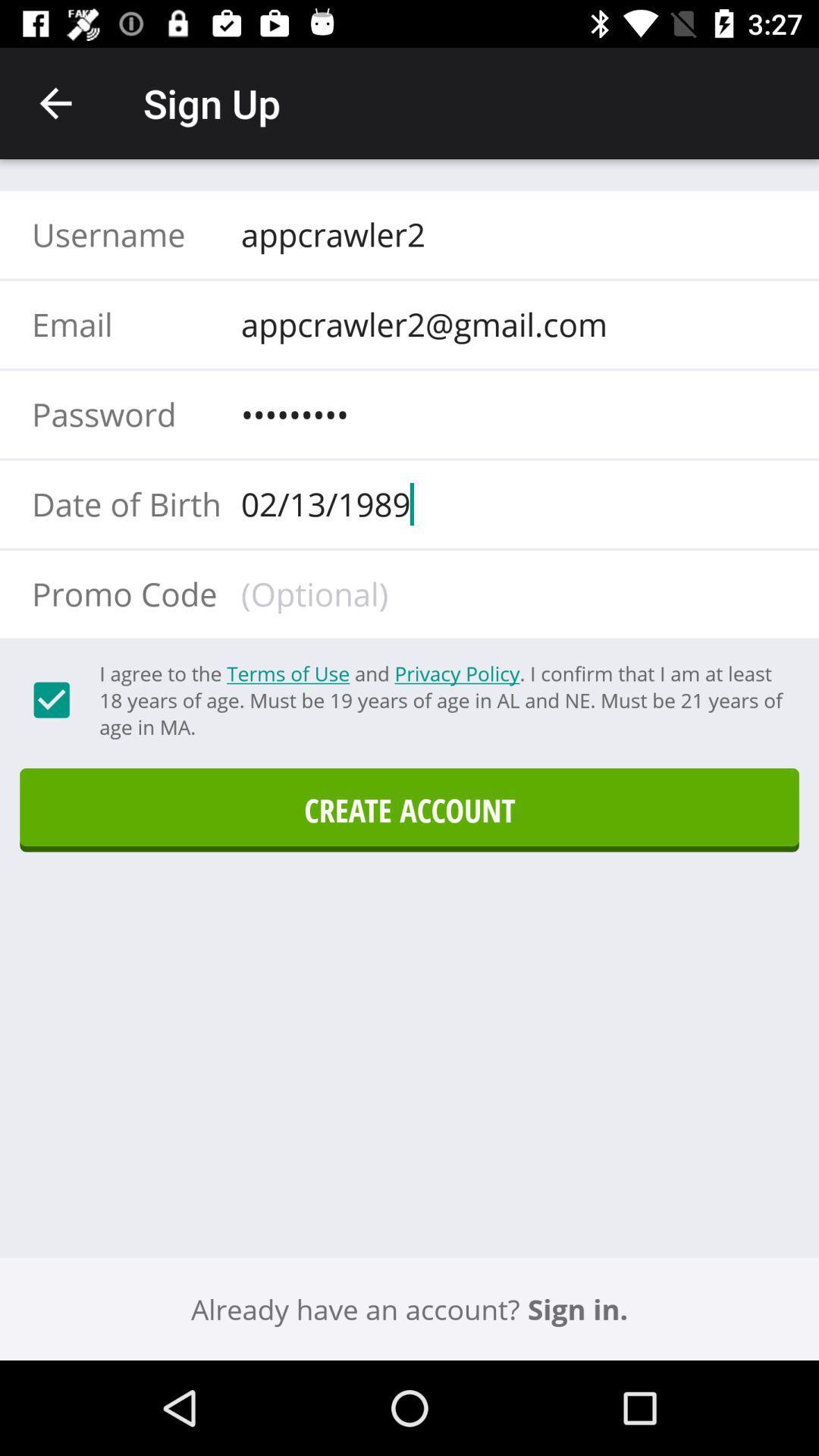  Describe the element at coordinates (441, 699) in the screenshot. I see `the i agree to` at that location.